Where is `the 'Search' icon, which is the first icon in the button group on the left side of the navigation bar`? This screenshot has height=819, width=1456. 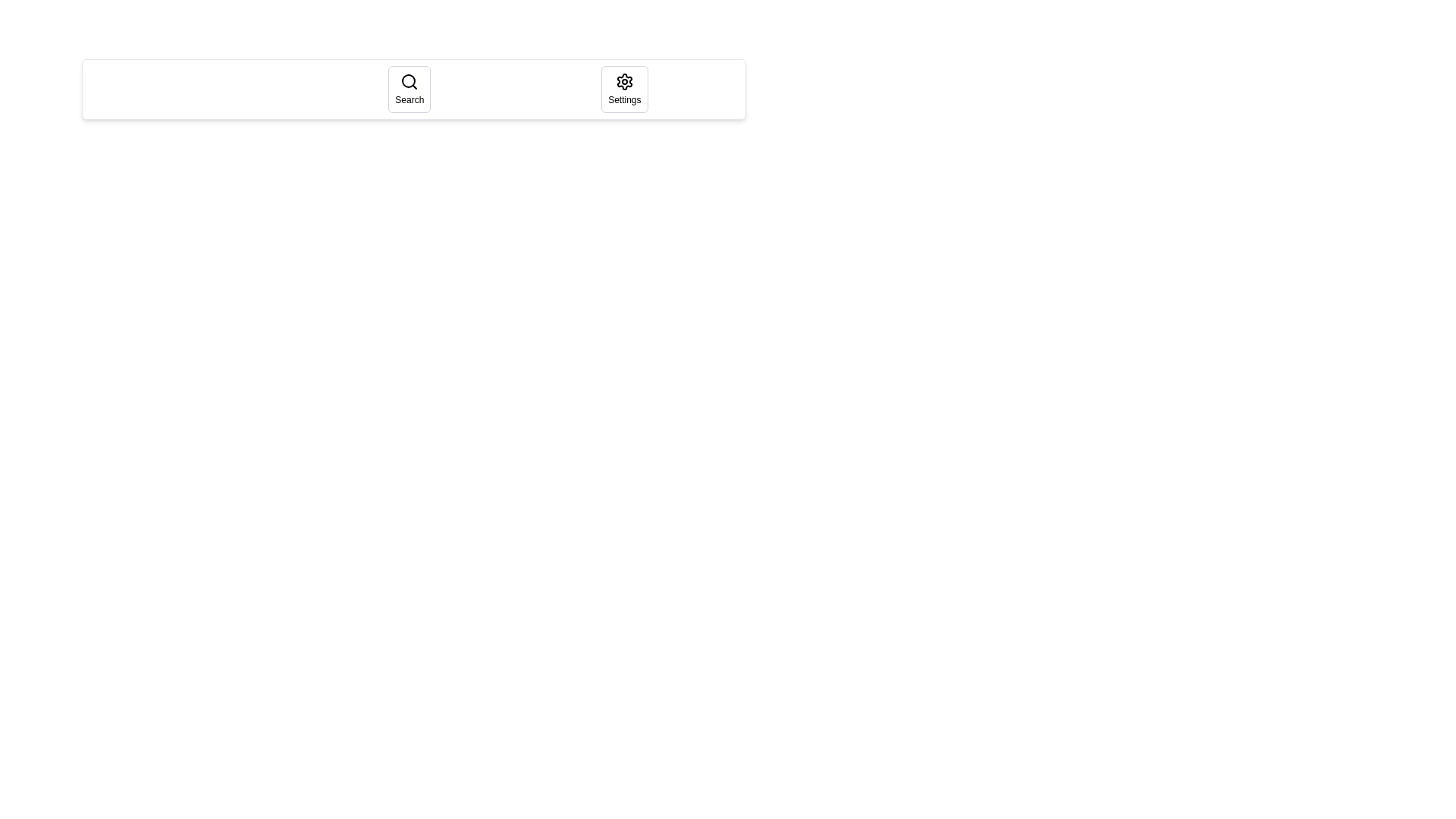 the 'Search' icon, which is the first icon in the button group on the left side of the navigation bar is located at coordinates (409, 82).